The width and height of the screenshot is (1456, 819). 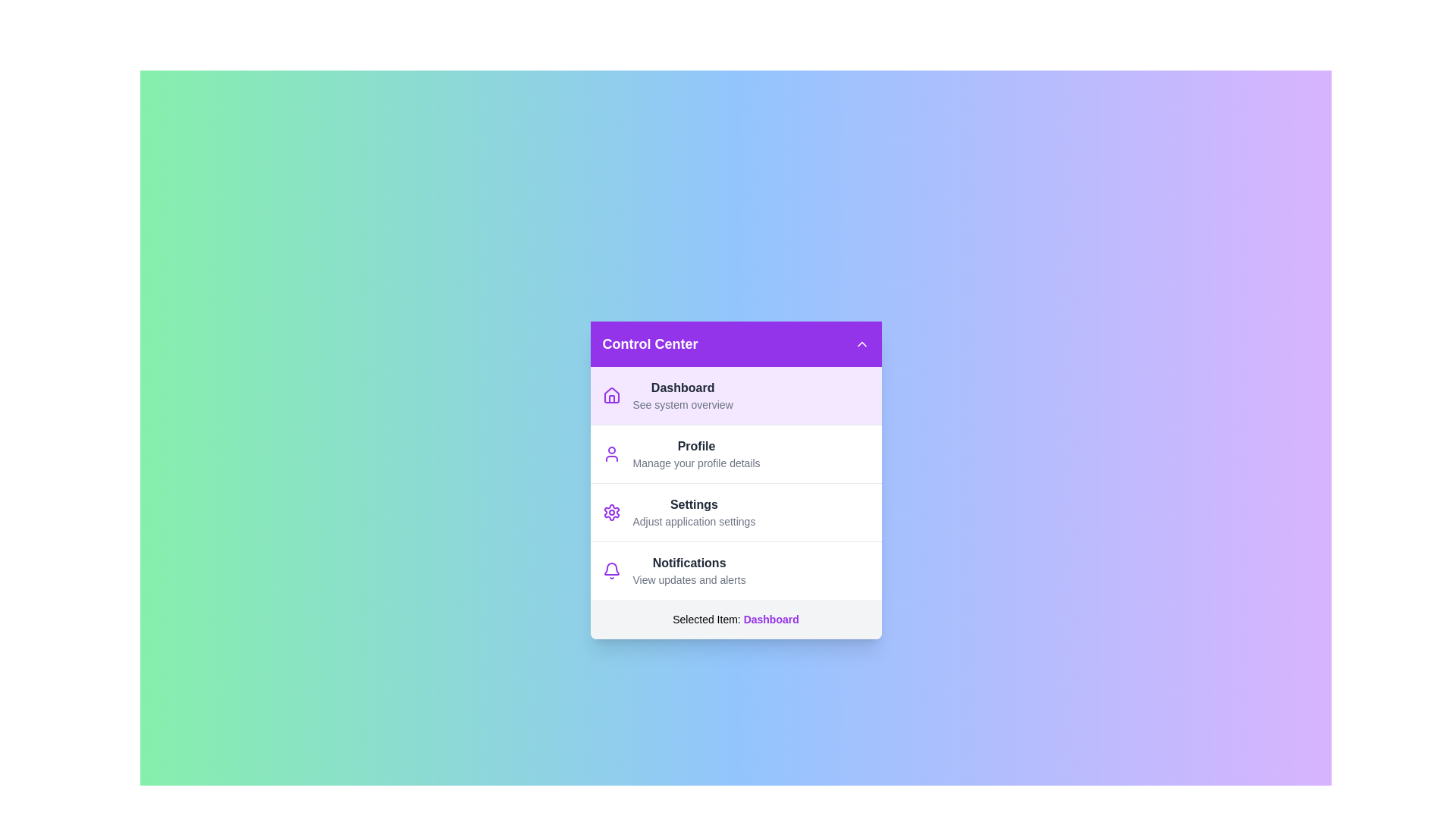 I want to click on the toggle button in the header to toggle the menu visibility, so click(x=861, y=344).